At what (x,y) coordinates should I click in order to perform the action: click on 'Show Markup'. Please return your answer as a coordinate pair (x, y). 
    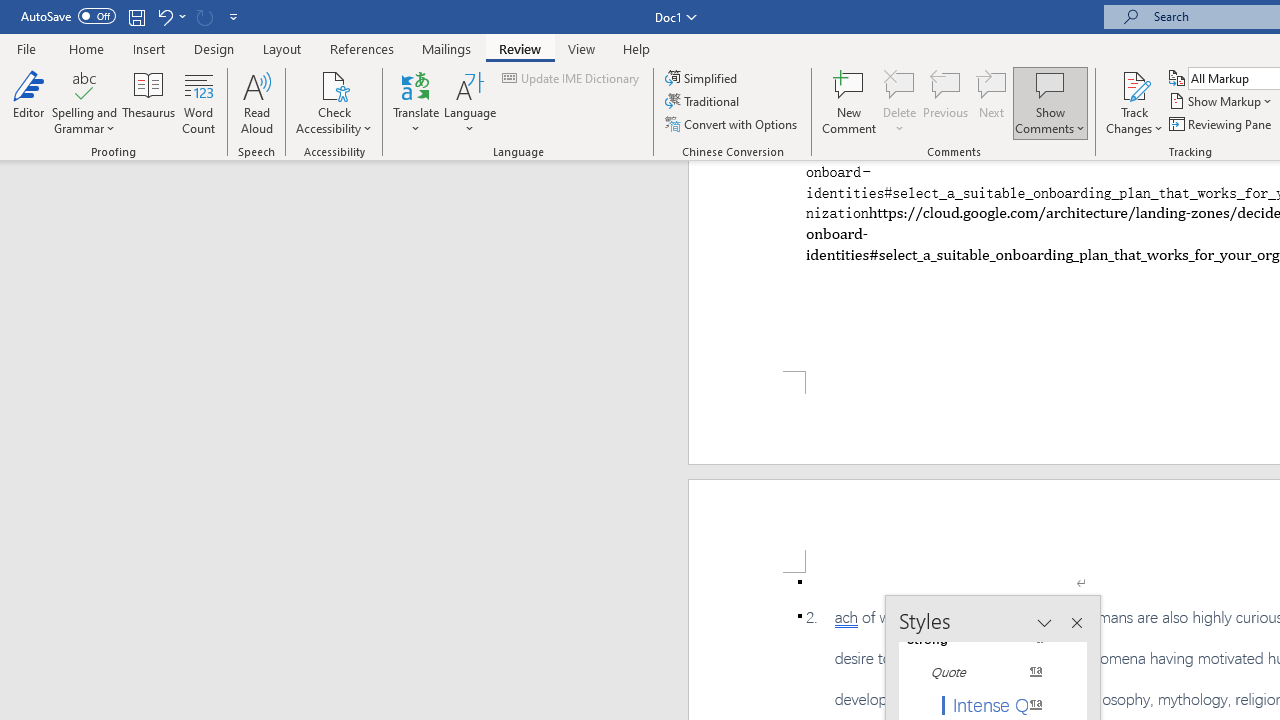
    Looking at the image, I should click on (1221, 101).